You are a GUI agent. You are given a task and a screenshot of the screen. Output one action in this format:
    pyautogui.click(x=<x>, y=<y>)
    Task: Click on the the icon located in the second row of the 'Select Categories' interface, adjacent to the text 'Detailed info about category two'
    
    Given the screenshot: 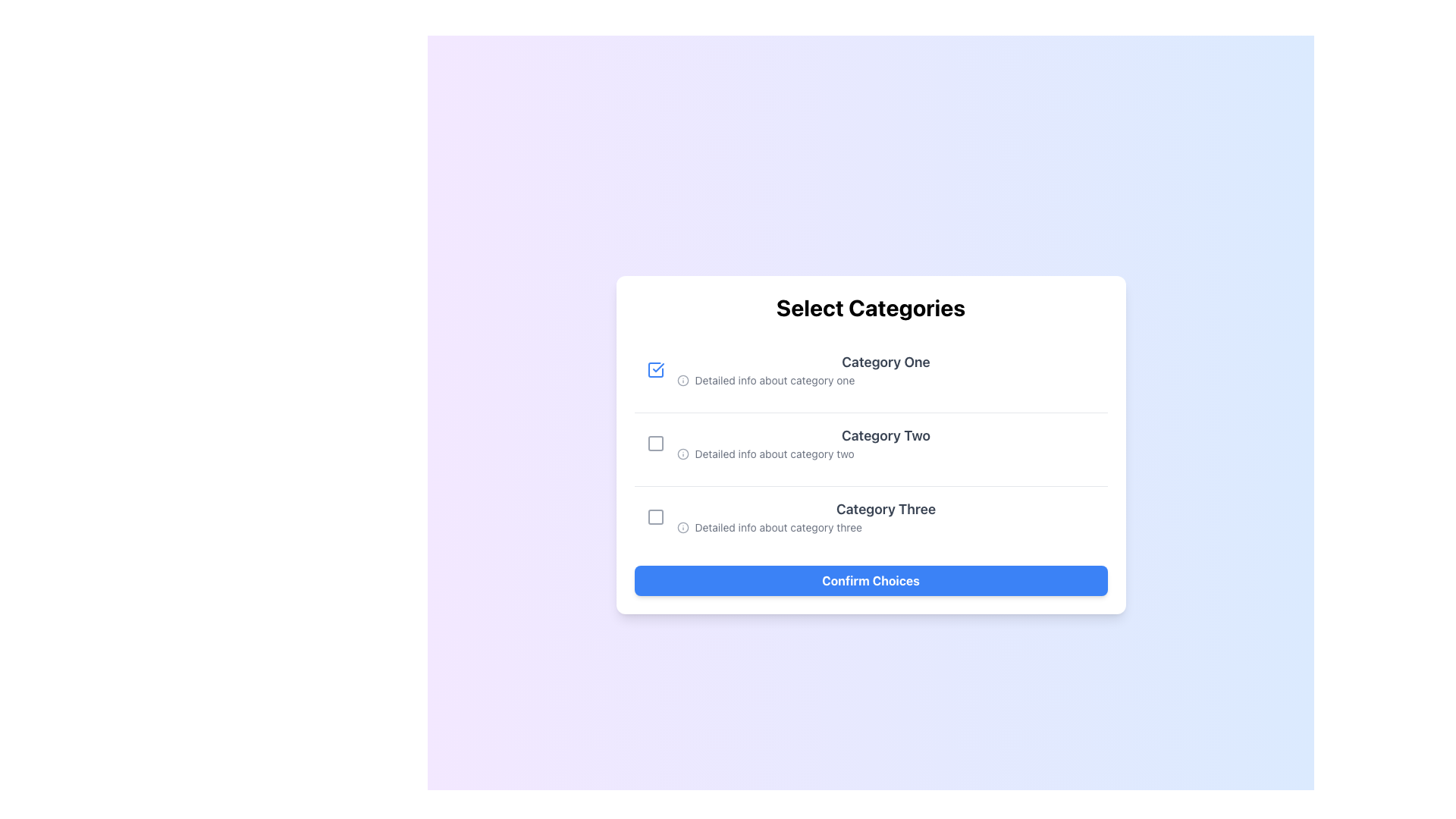 What is the action you would take?
    pyautogui.click(x=682, y=453)
    